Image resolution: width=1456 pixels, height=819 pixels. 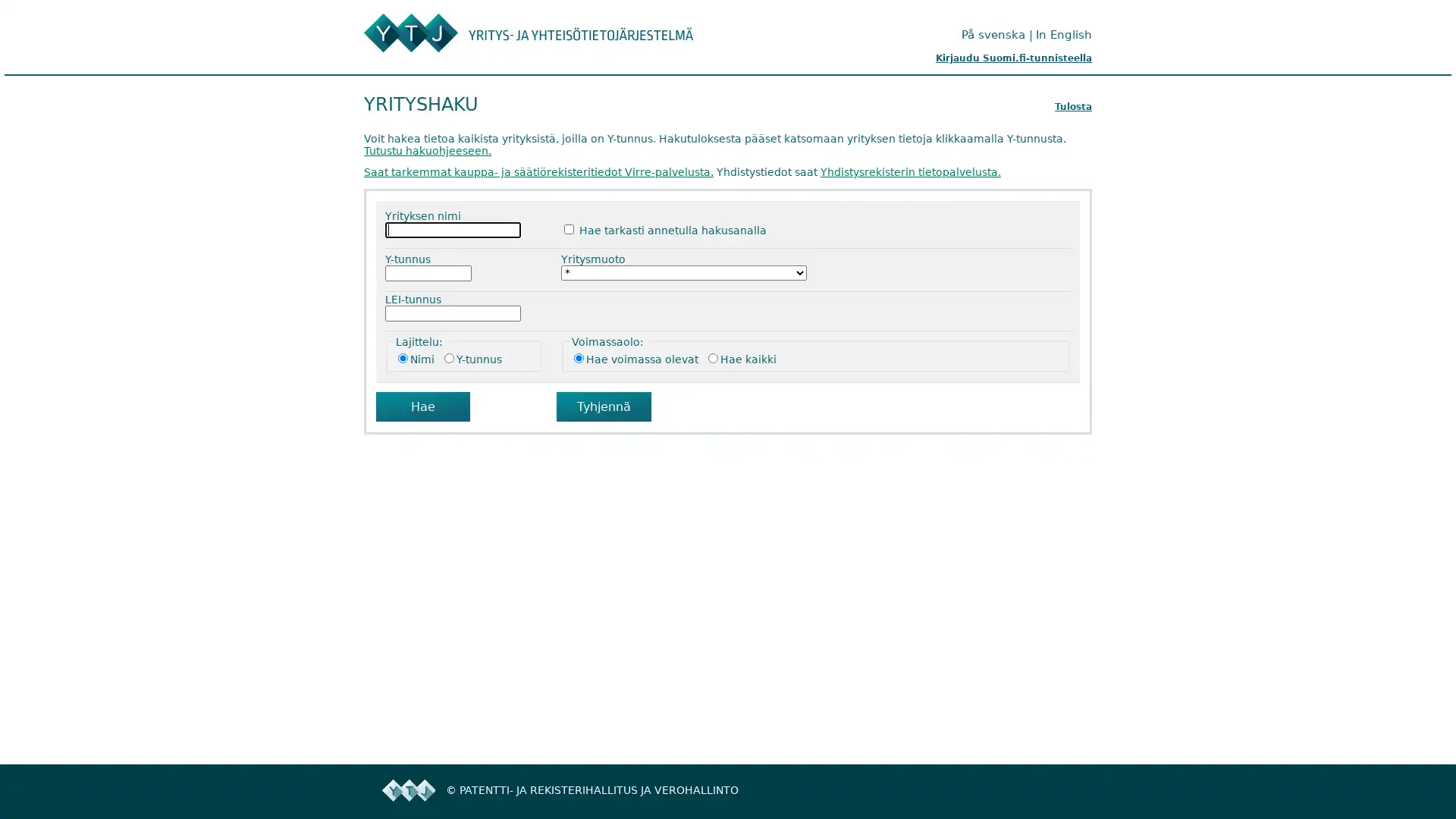 What do you see at coordinates (422, 406) in the screenshot?
I see `Hae` at bounding box center [422, 406].